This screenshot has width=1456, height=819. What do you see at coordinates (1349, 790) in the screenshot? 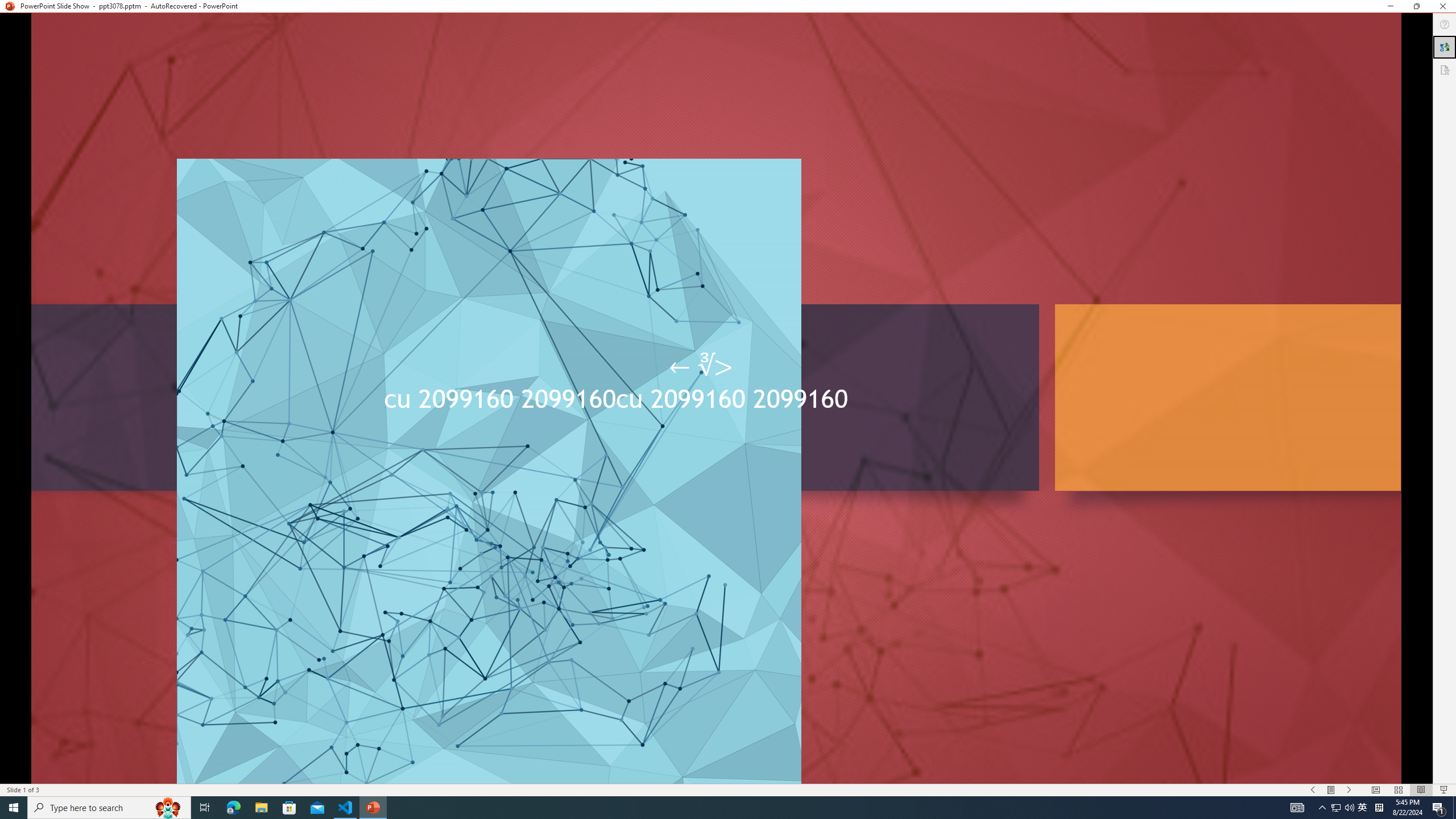
I see `'Slide Show Next On'` at bounding box center [1349, 790].